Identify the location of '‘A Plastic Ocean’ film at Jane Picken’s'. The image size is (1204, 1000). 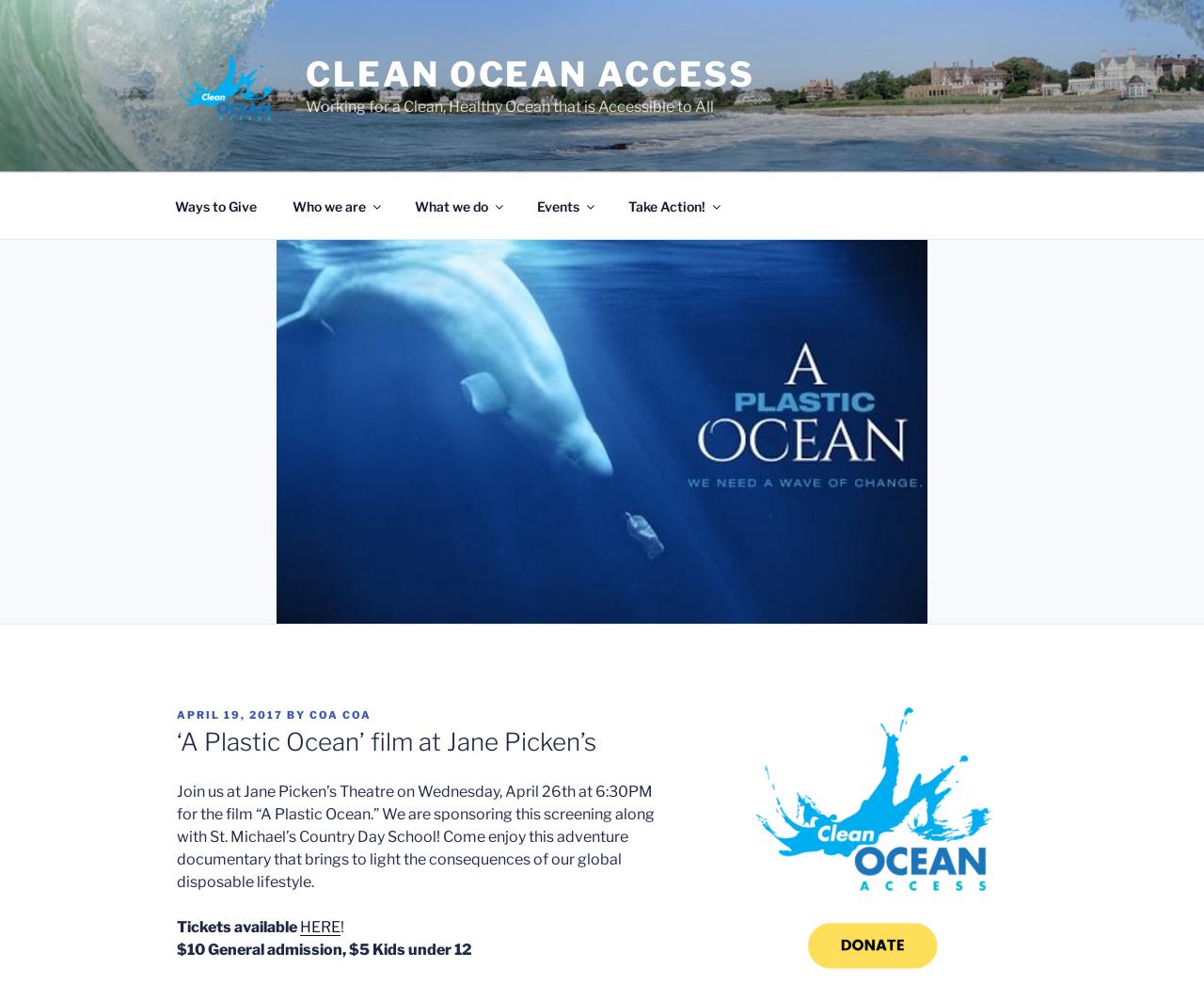
(386, 740).